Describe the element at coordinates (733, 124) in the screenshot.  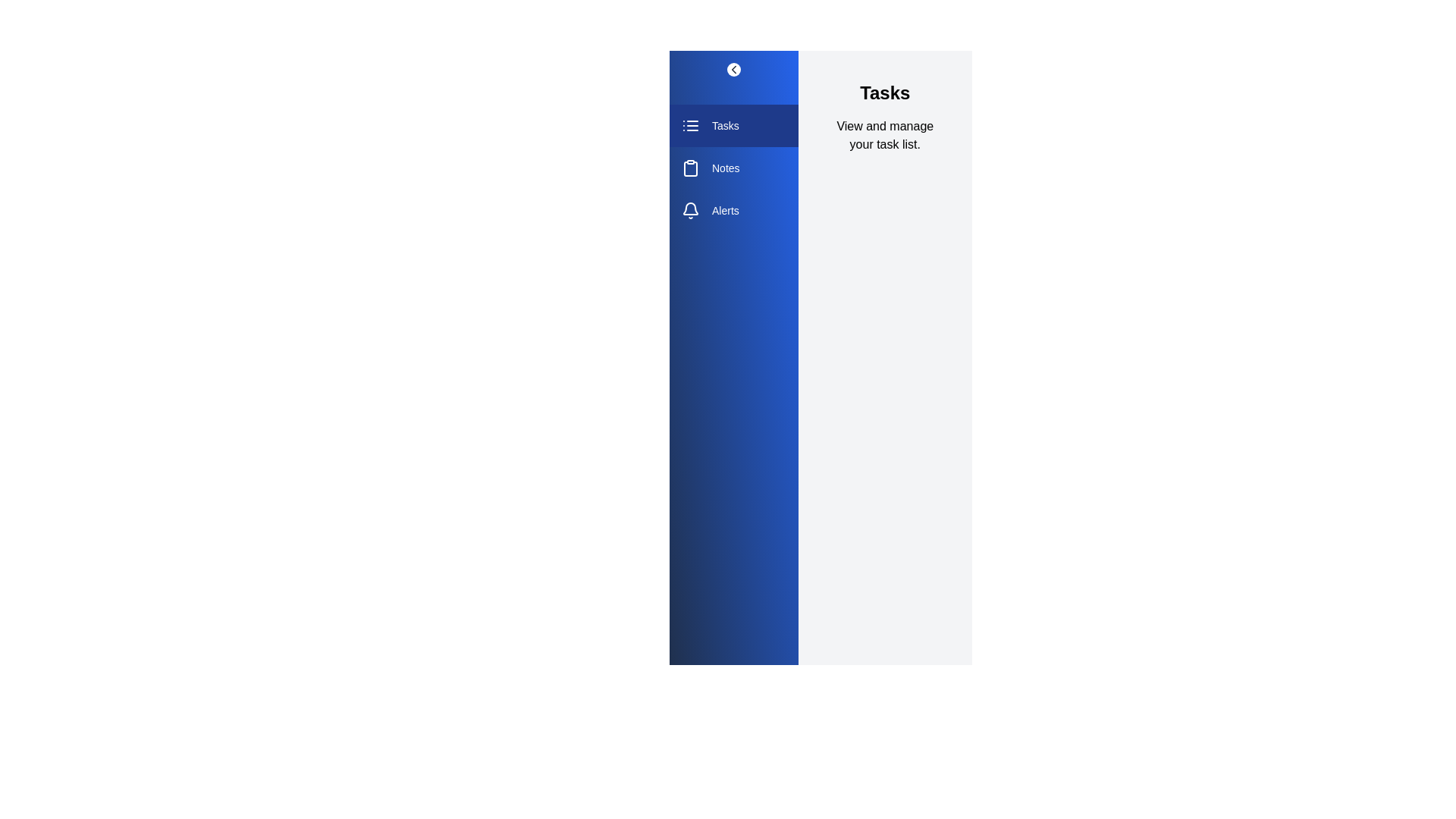
I see `the section Tasks from the sidebar` at that location.